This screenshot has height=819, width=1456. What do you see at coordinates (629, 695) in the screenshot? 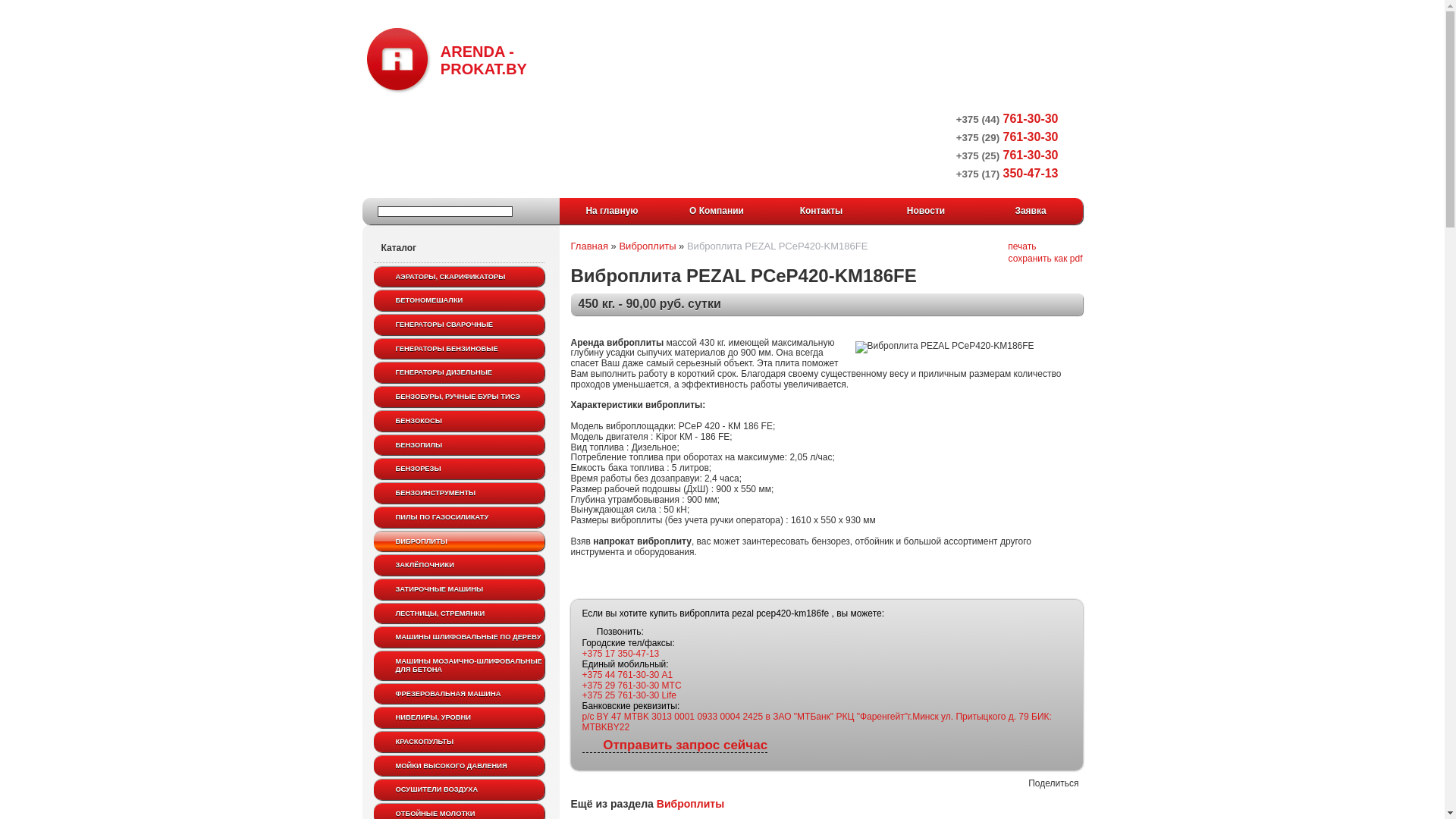
I see `'+375 25 761-30-30 Life'` at bounding box center [629, 695].